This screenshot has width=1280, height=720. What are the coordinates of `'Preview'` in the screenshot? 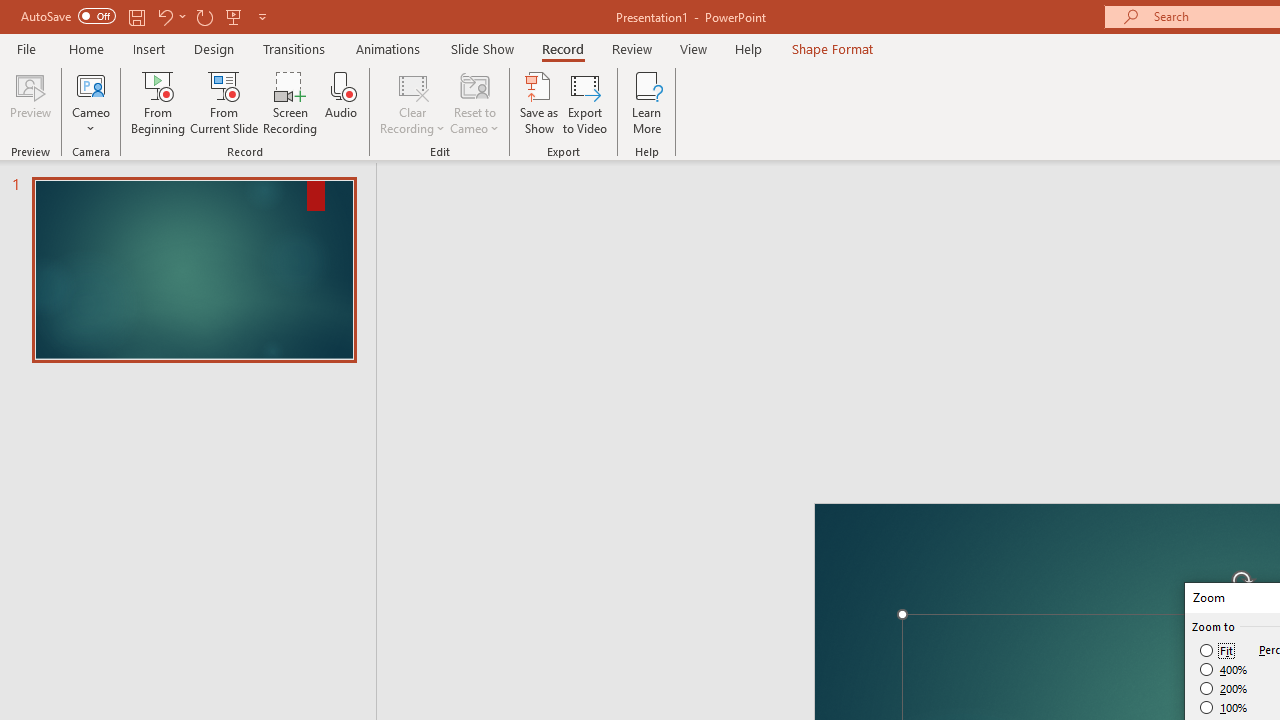 It's located at (30, 103).